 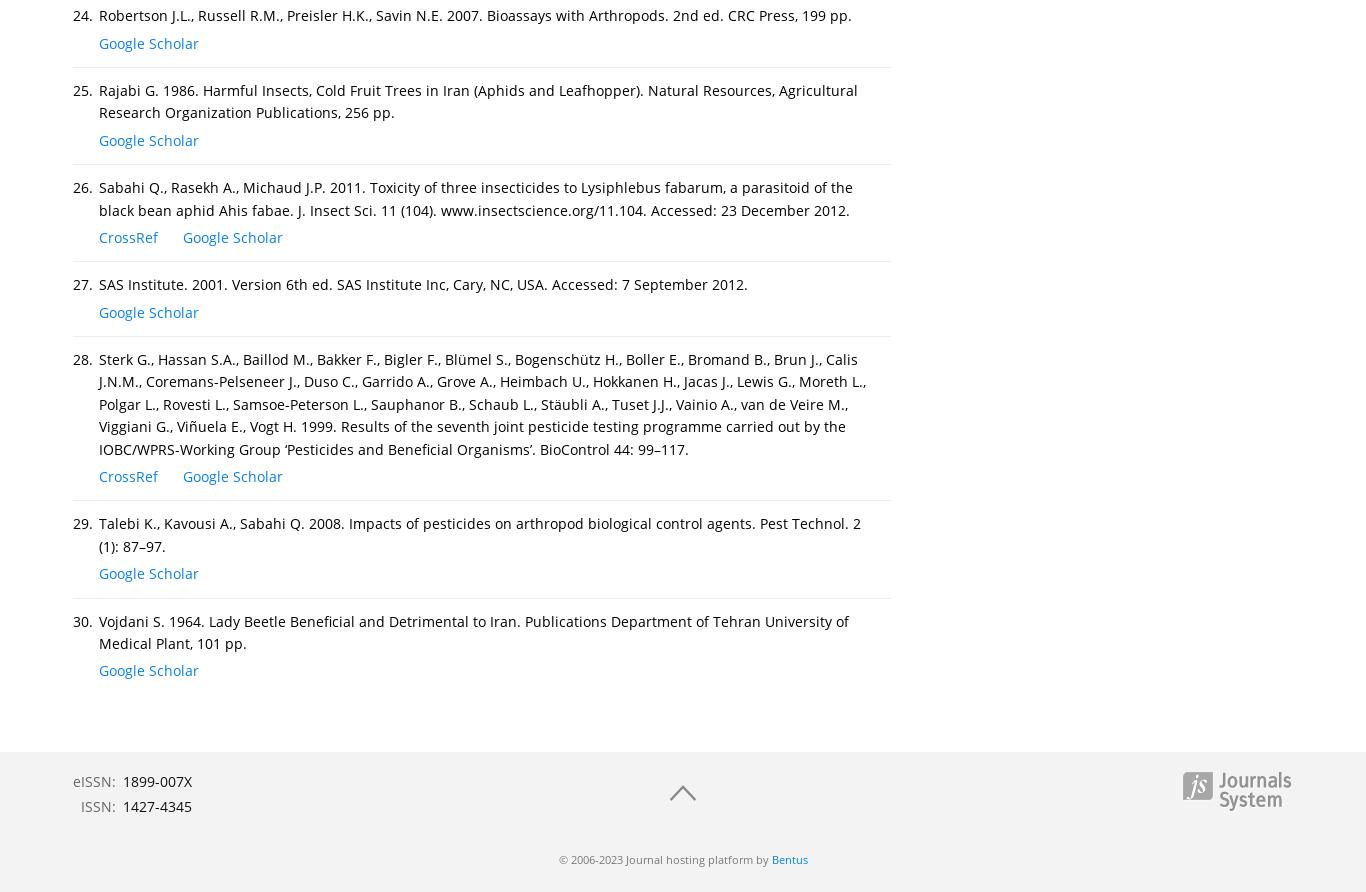 I want to click on 'Talebi K., Kavousi A., Sabahi Q. 2008. Impacts of pesticides on arthropod biological control agents. Pest Technol. 2 (1): 87–97.', so click(x=99, y=534).